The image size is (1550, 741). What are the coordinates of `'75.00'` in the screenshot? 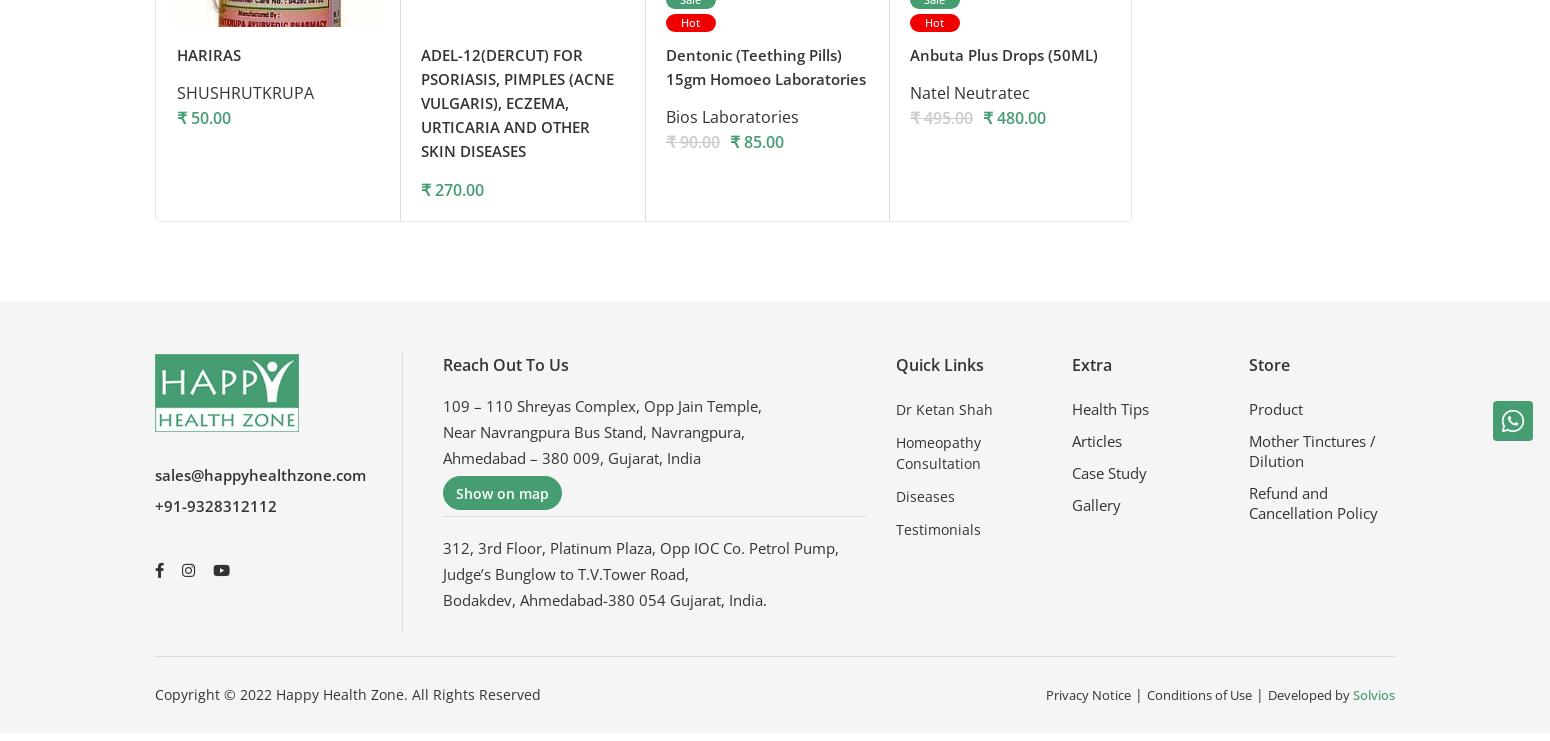 It's located at (1228, 194).